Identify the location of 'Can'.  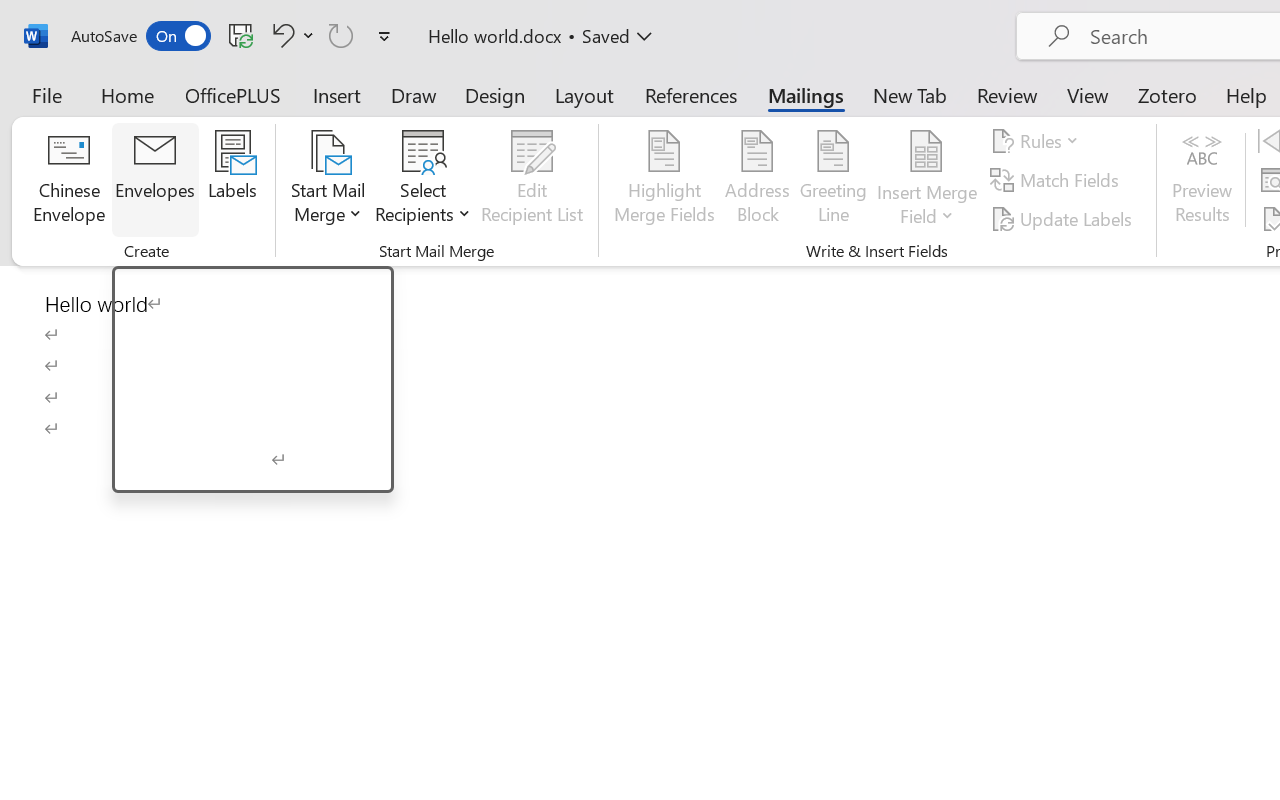
(341, 34).